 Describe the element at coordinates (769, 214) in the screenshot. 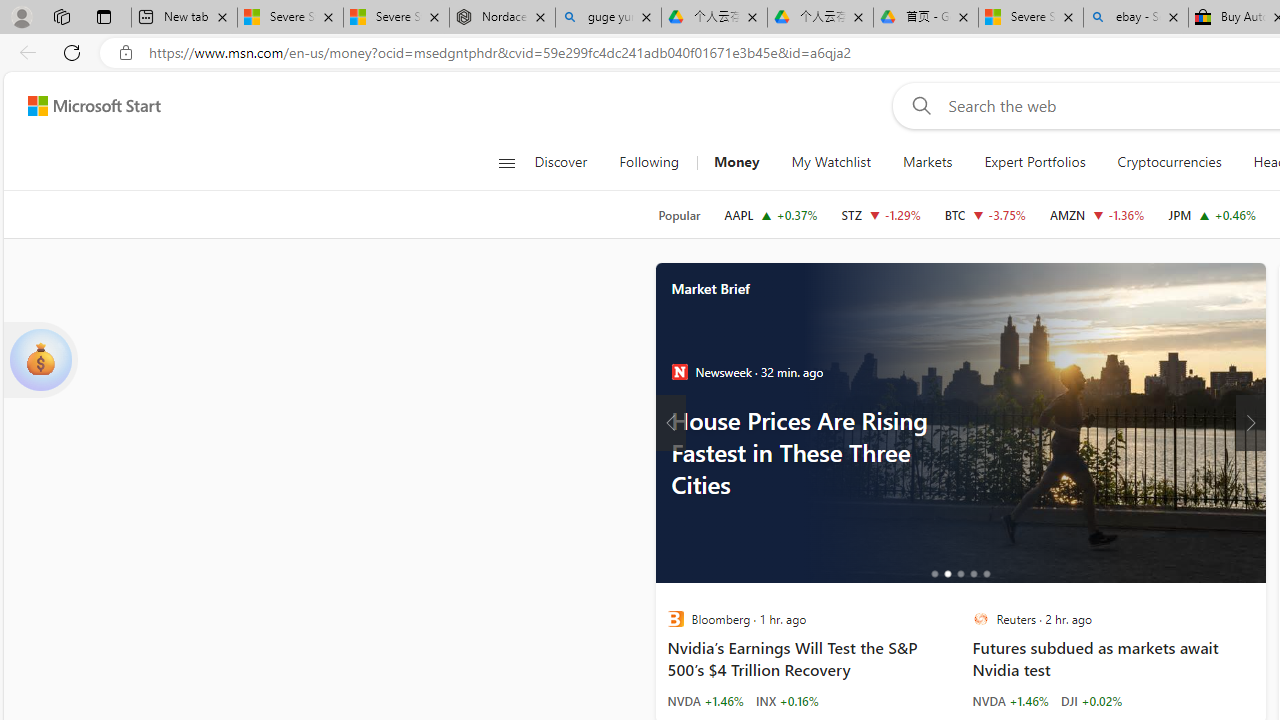

I see `'AAPL APPLE INC. increase 228.03 +0.85 +0.37%'` at that location.